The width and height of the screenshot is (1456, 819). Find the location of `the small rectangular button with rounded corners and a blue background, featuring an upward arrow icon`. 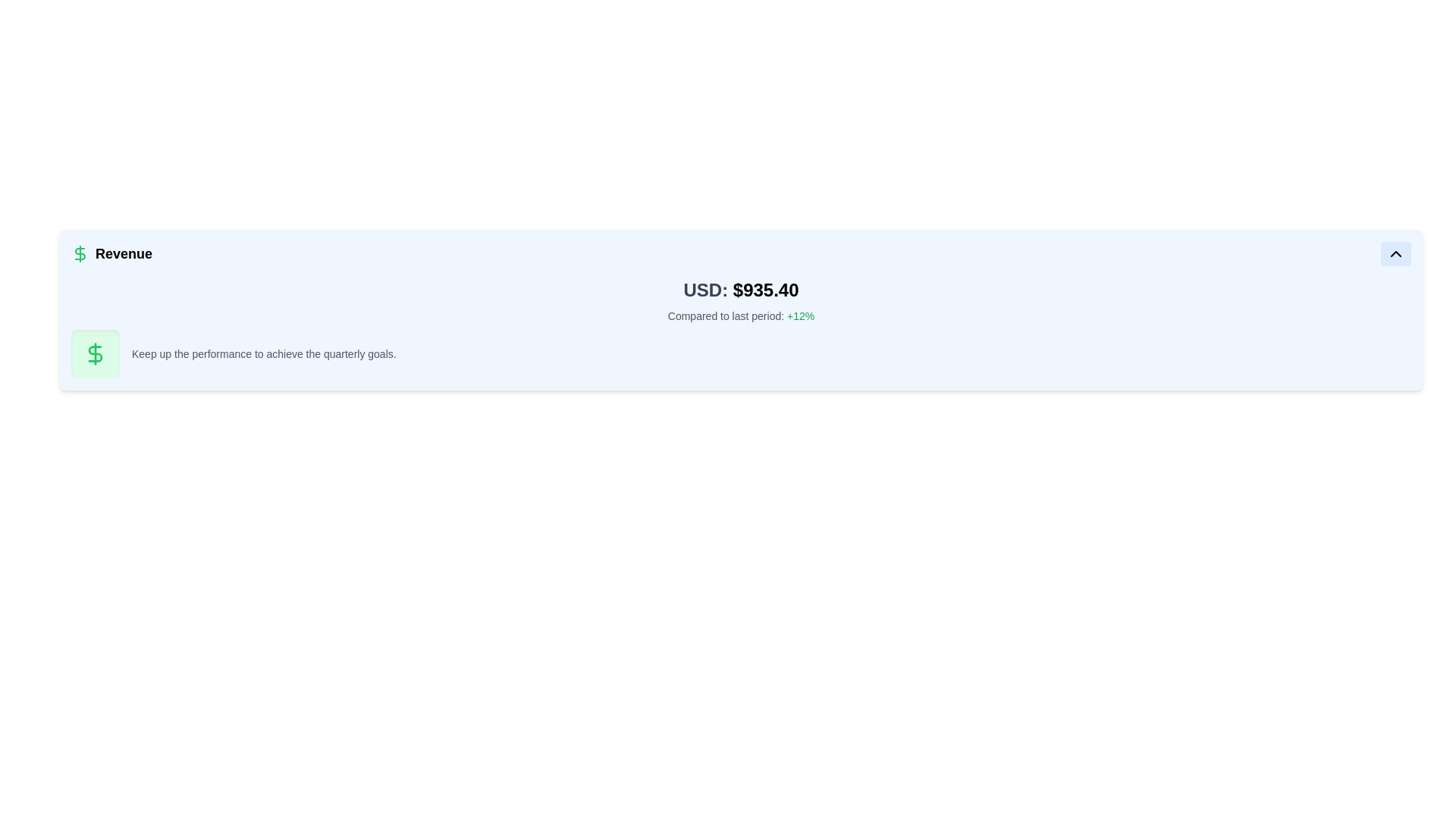

the small rectangular button with rounded corners and a blue background, featuring an upward arrow icon is located at coordinates (1395, 253).